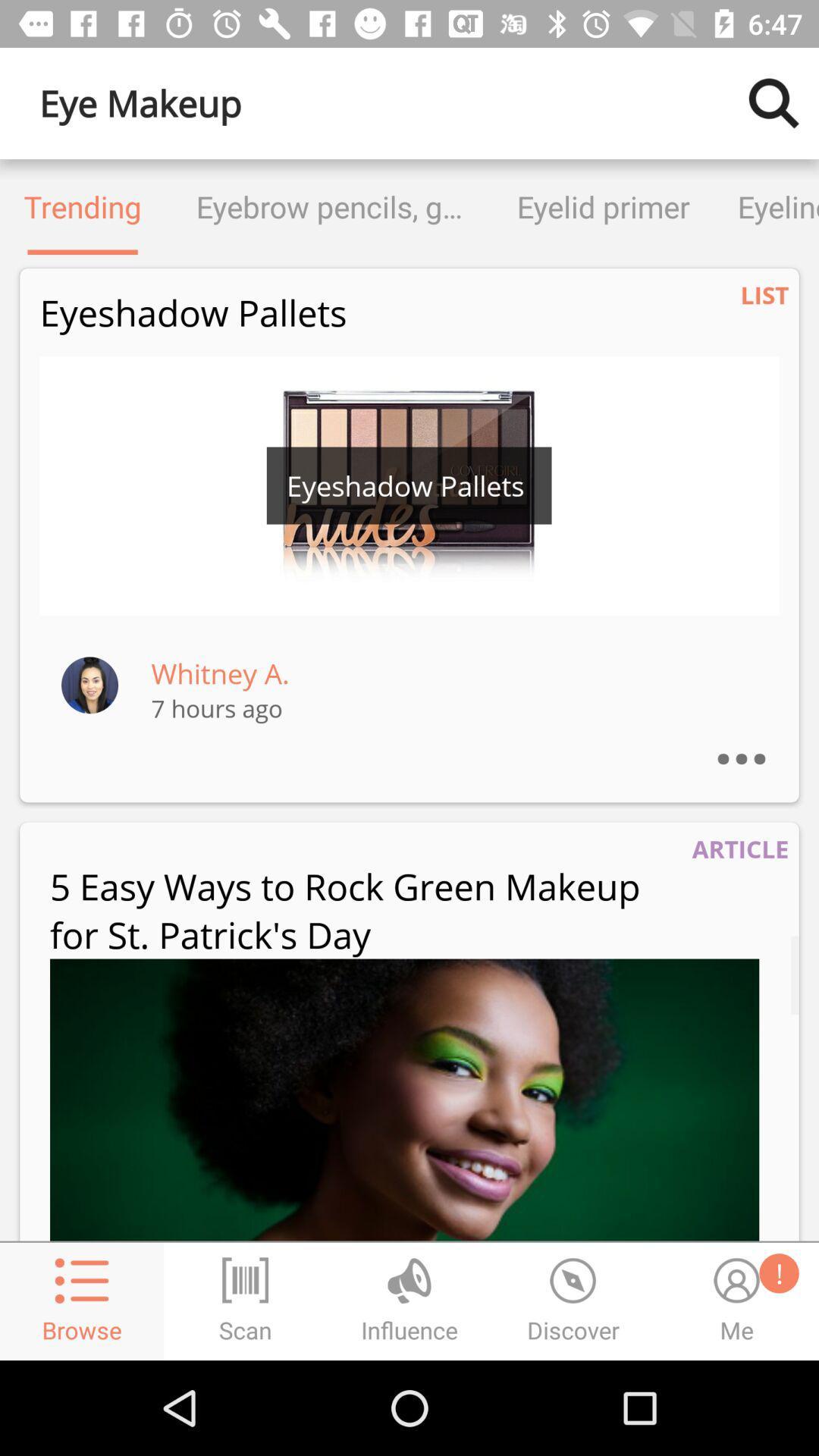 The height and width of the screenshot is (1456, 819). I want to click on search, so click(773, 102).